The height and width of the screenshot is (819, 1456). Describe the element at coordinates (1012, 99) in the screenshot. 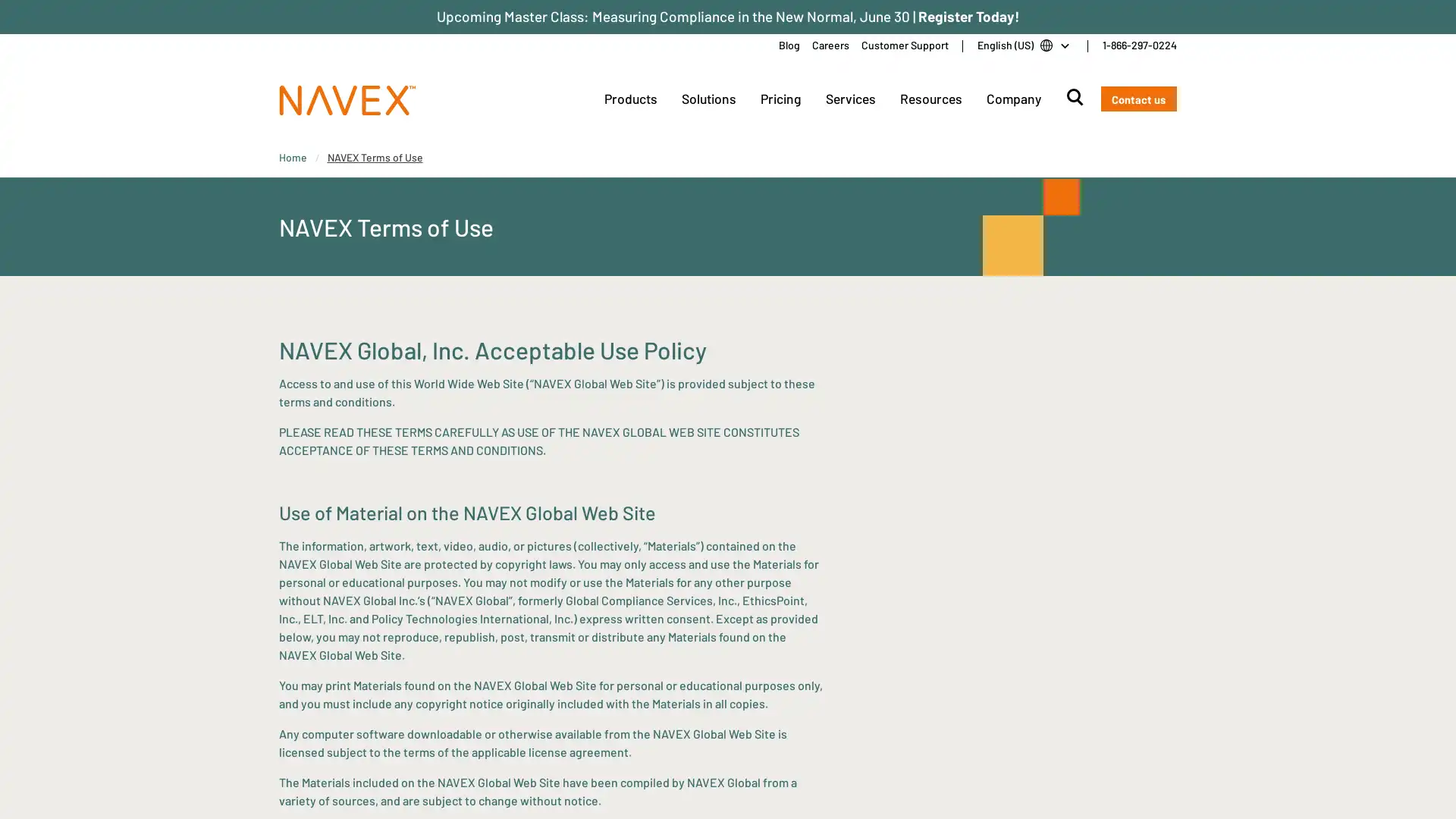

I see `Company` at that location.